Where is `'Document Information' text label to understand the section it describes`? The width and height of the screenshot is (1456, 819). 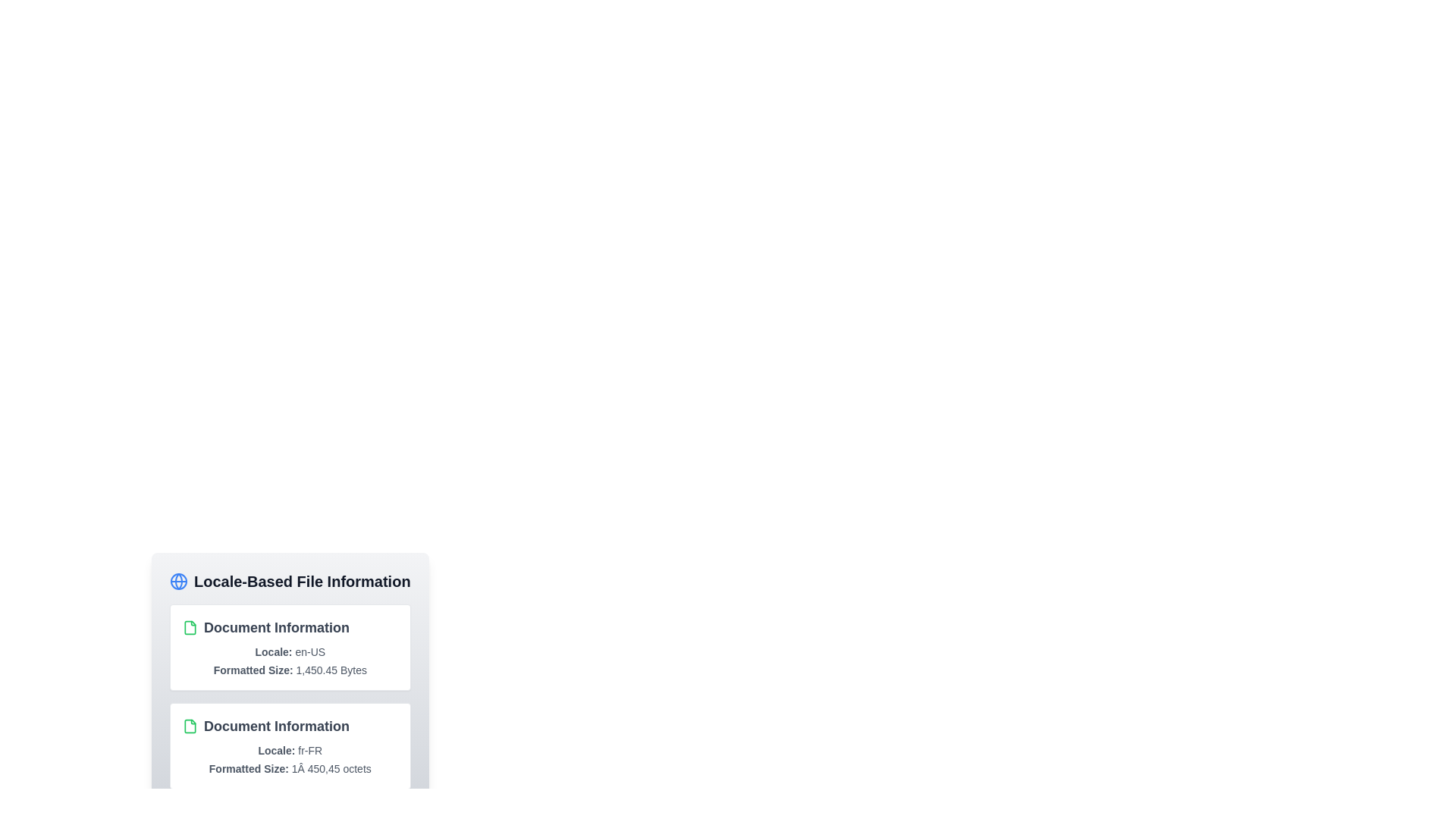 'Document Information' text label to understand the section it describes is located at coordinates (290, 628).